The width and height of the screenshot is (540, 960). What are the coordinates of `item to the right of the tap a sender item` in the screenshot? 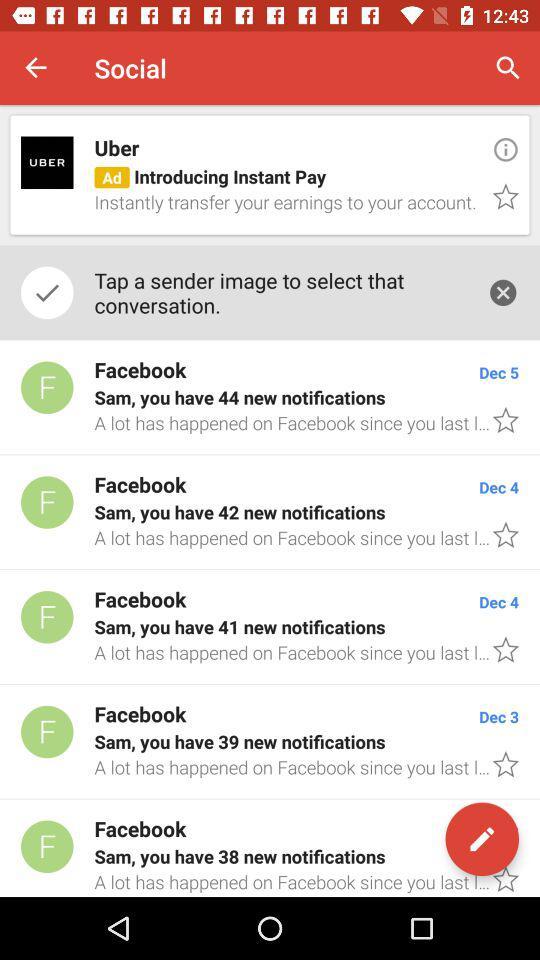 It's located at (502, 291).